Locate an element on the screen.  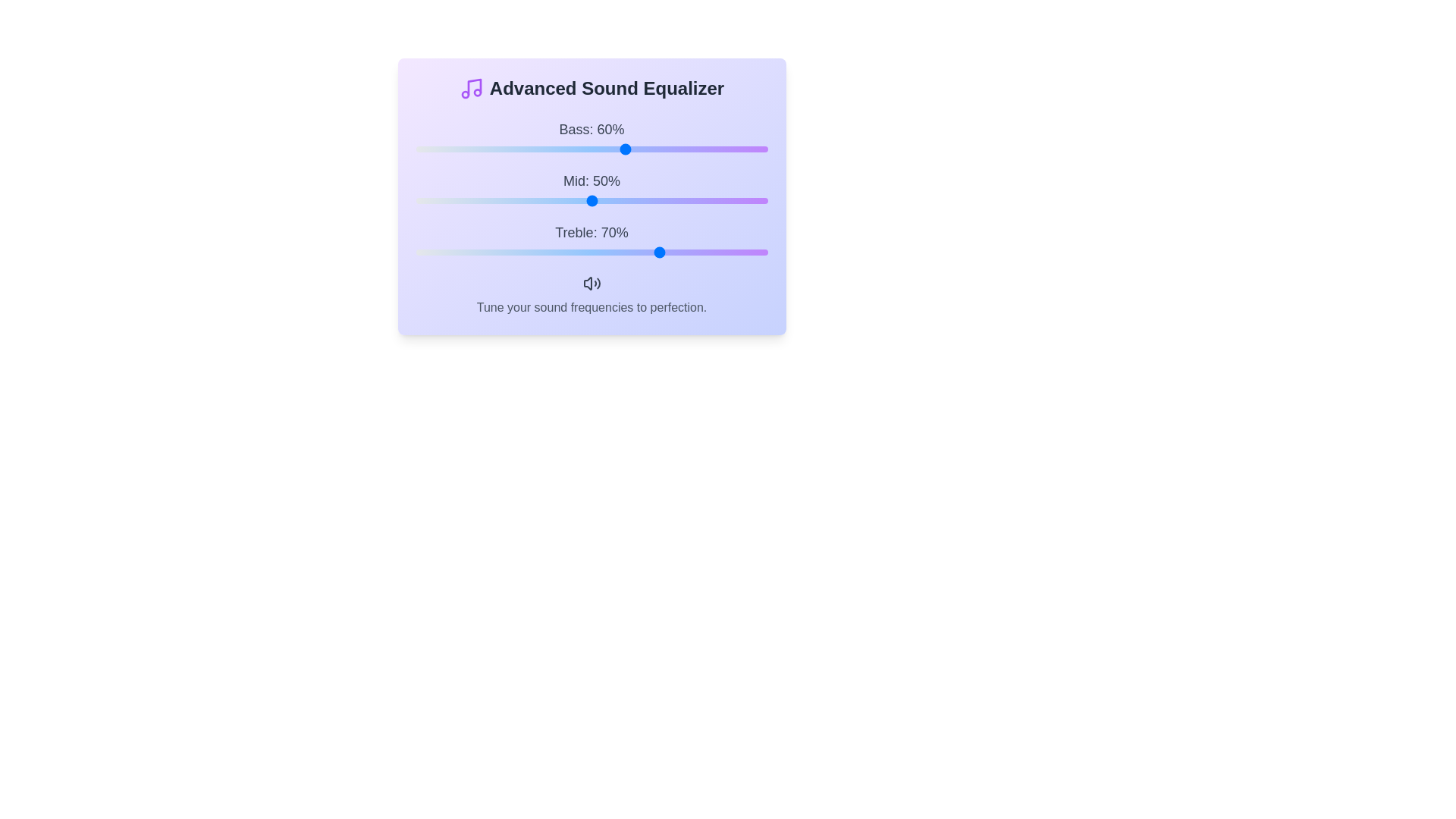
the treble slider to 87% is located at coordinates (721, 251).